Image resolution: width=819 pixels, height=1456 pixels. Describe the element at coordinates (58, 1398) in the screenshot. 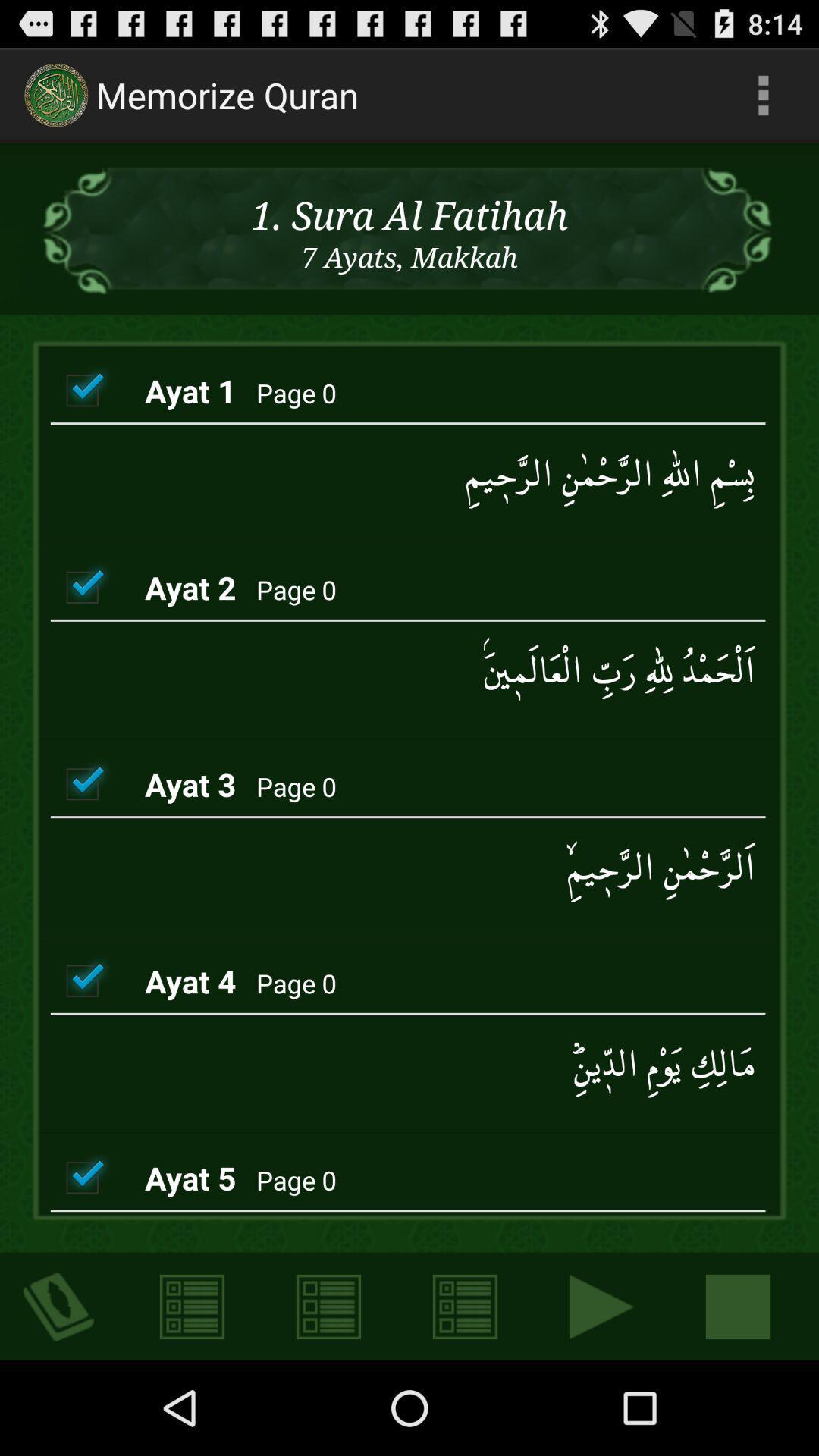

I see `the visibility icon` at that location.